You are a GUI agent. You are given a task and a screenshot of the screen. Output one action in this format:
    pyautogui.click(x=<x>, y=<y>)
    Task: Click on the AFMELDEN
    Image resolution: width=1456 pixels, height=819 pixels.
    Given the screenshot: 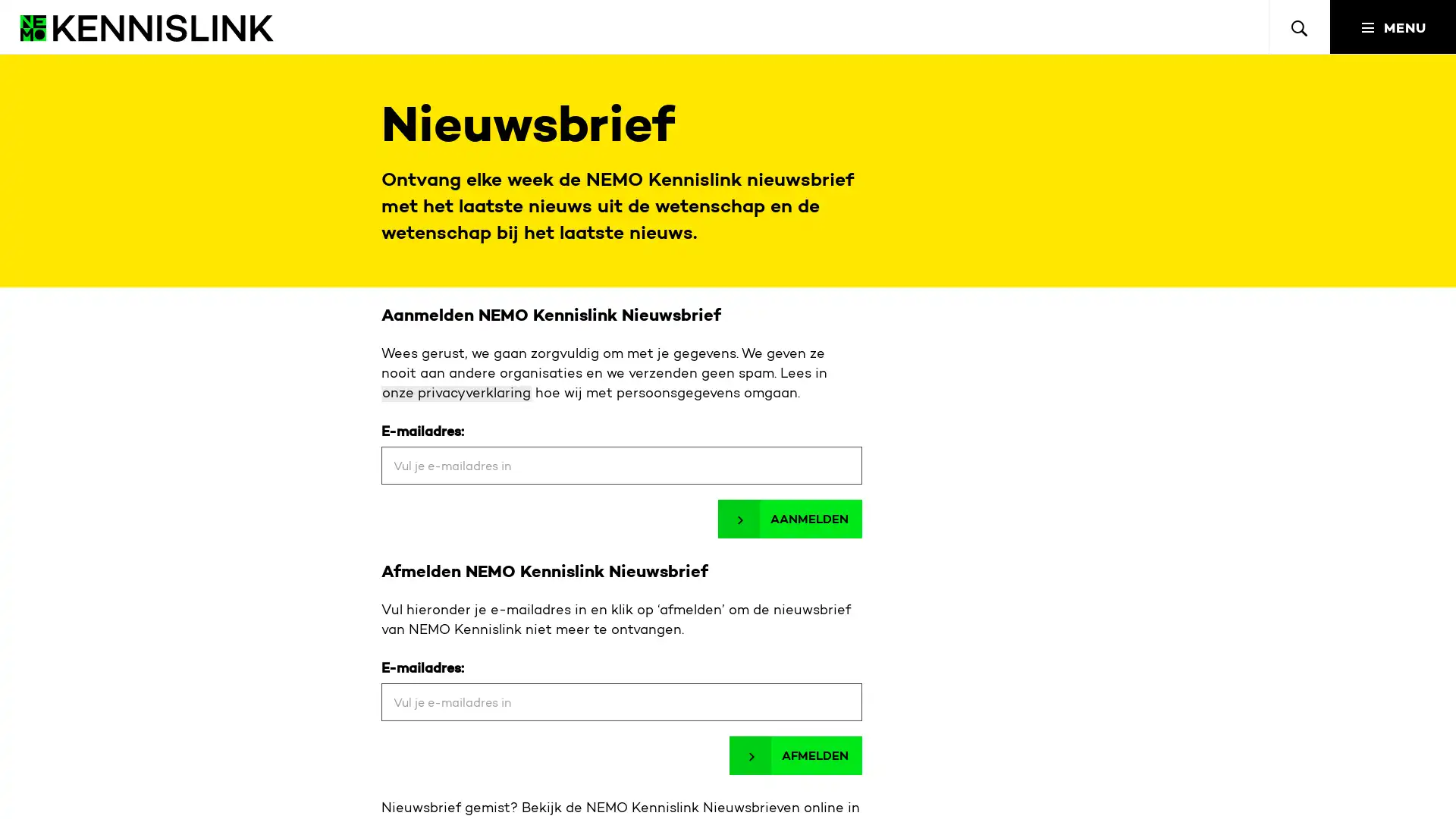 What is the action you would take?
    pyautogui.click(x=794, y=755)
    